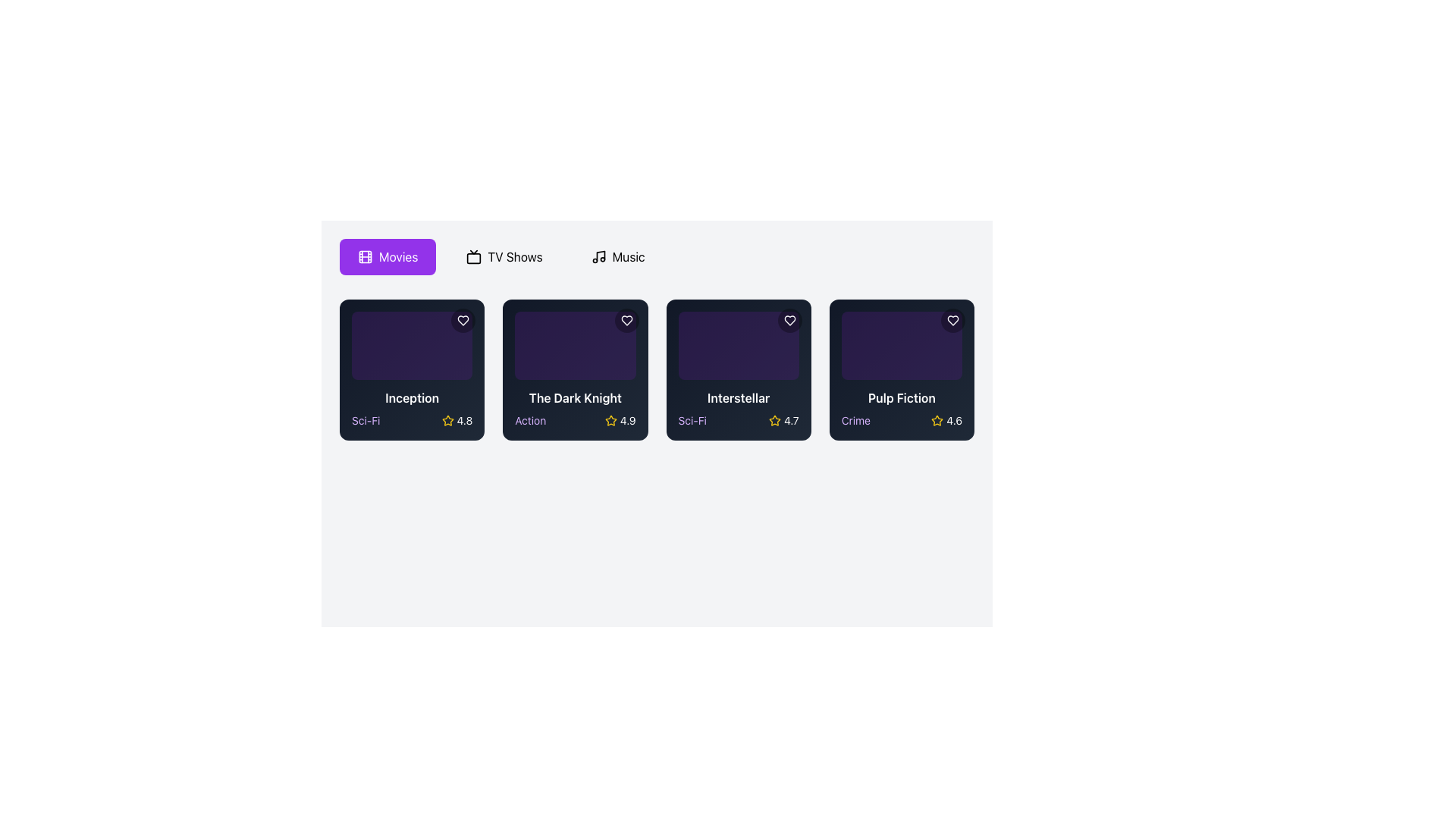 This screenshot has width=1456, height=819. Describe the element at coordinates (946, 420) in the screenshot. I see `the rating indicator displaying the numeric text '4.6' and yellow star icon for further actions` at that location.